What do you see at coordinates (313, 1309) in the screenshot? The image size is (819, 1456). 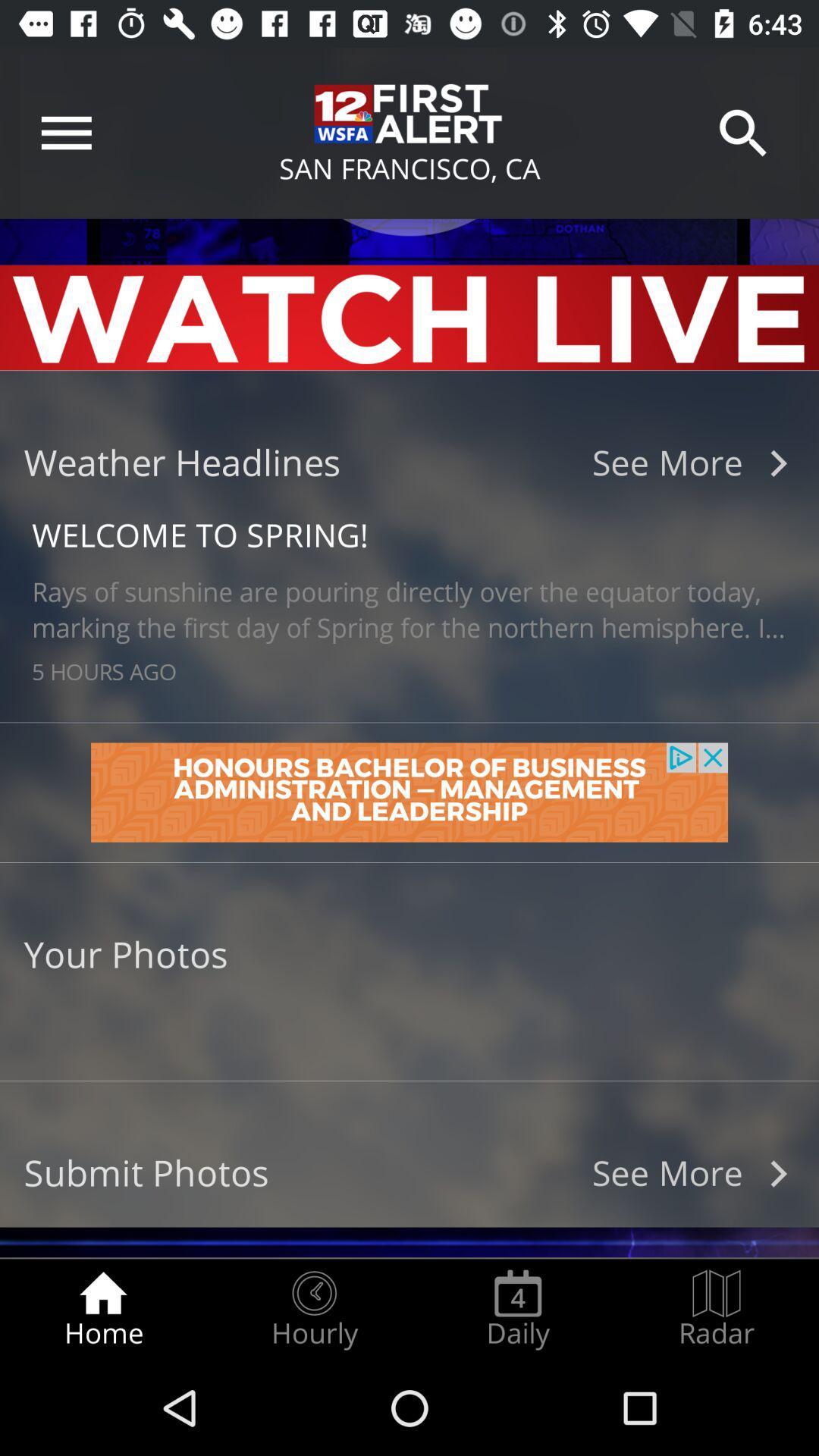 I see `hourly radio button` at bounding box center [313, 1309].